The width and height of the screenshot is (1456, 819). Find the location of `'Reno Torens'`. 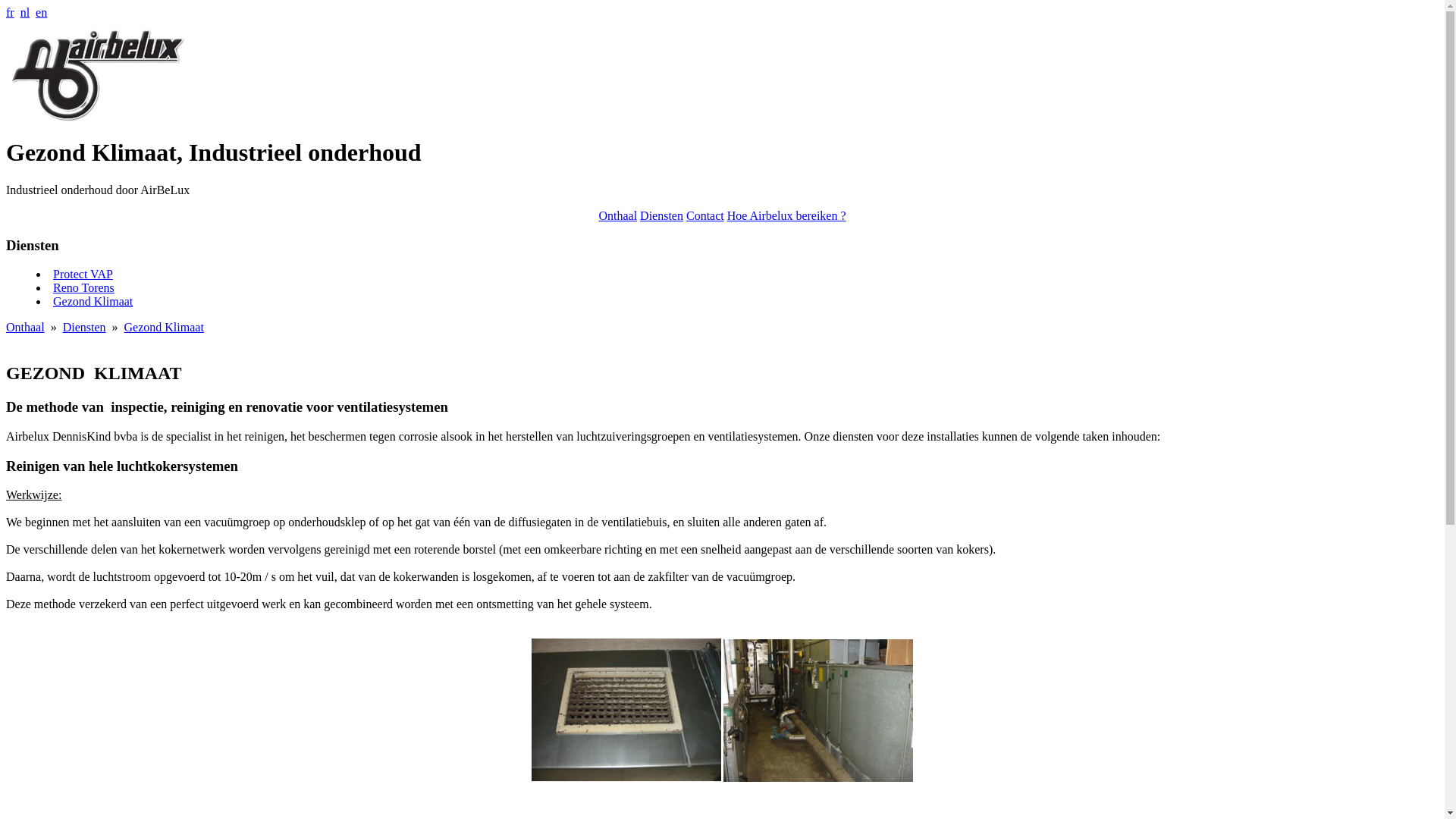

'Reno Torens' is located at coordinates (83, 287).